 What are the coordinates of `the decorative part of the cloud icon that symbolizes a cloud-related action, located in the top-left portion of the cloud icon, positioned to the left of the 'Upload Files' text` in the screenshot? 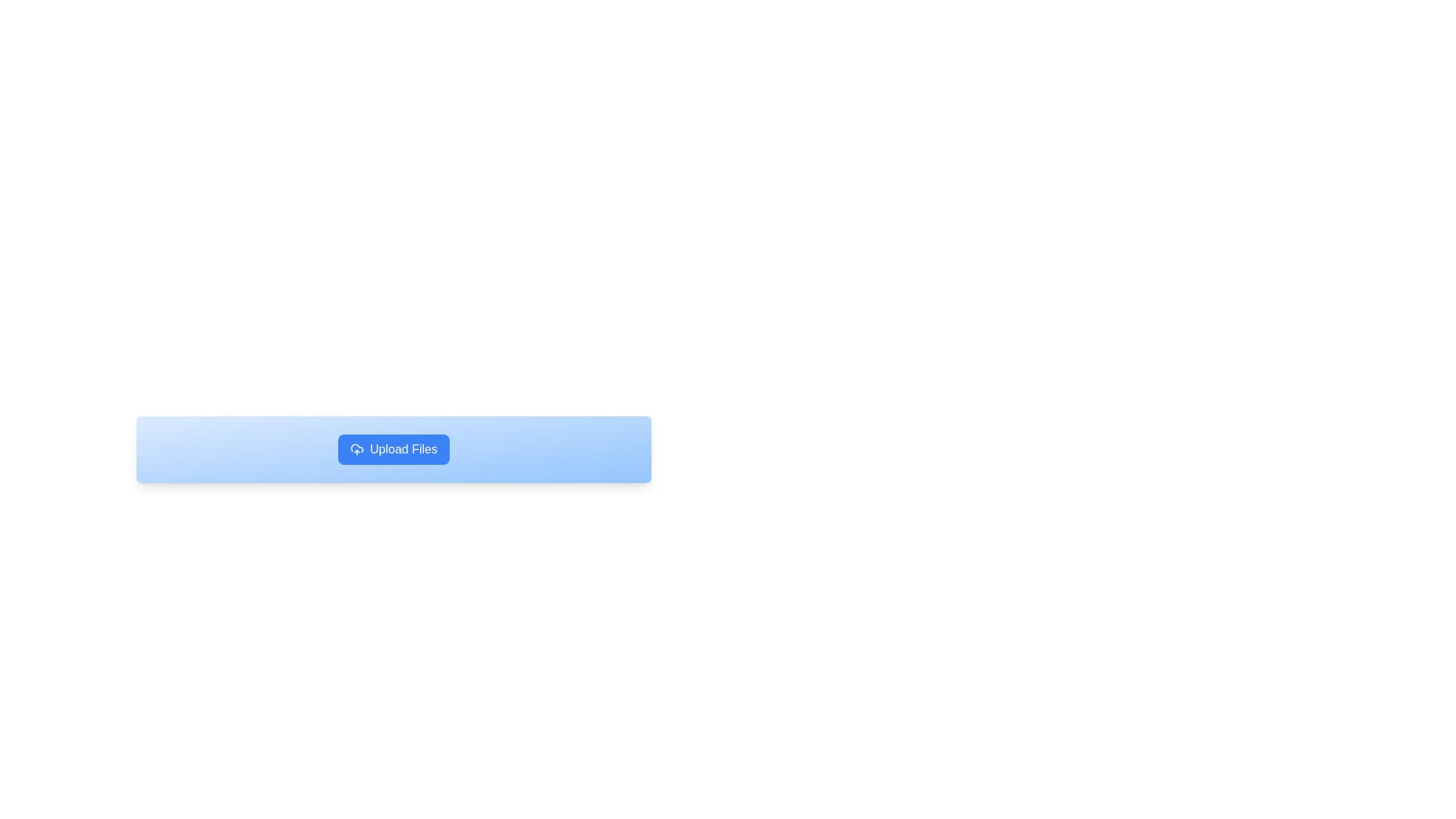 It's located at (356, 447).